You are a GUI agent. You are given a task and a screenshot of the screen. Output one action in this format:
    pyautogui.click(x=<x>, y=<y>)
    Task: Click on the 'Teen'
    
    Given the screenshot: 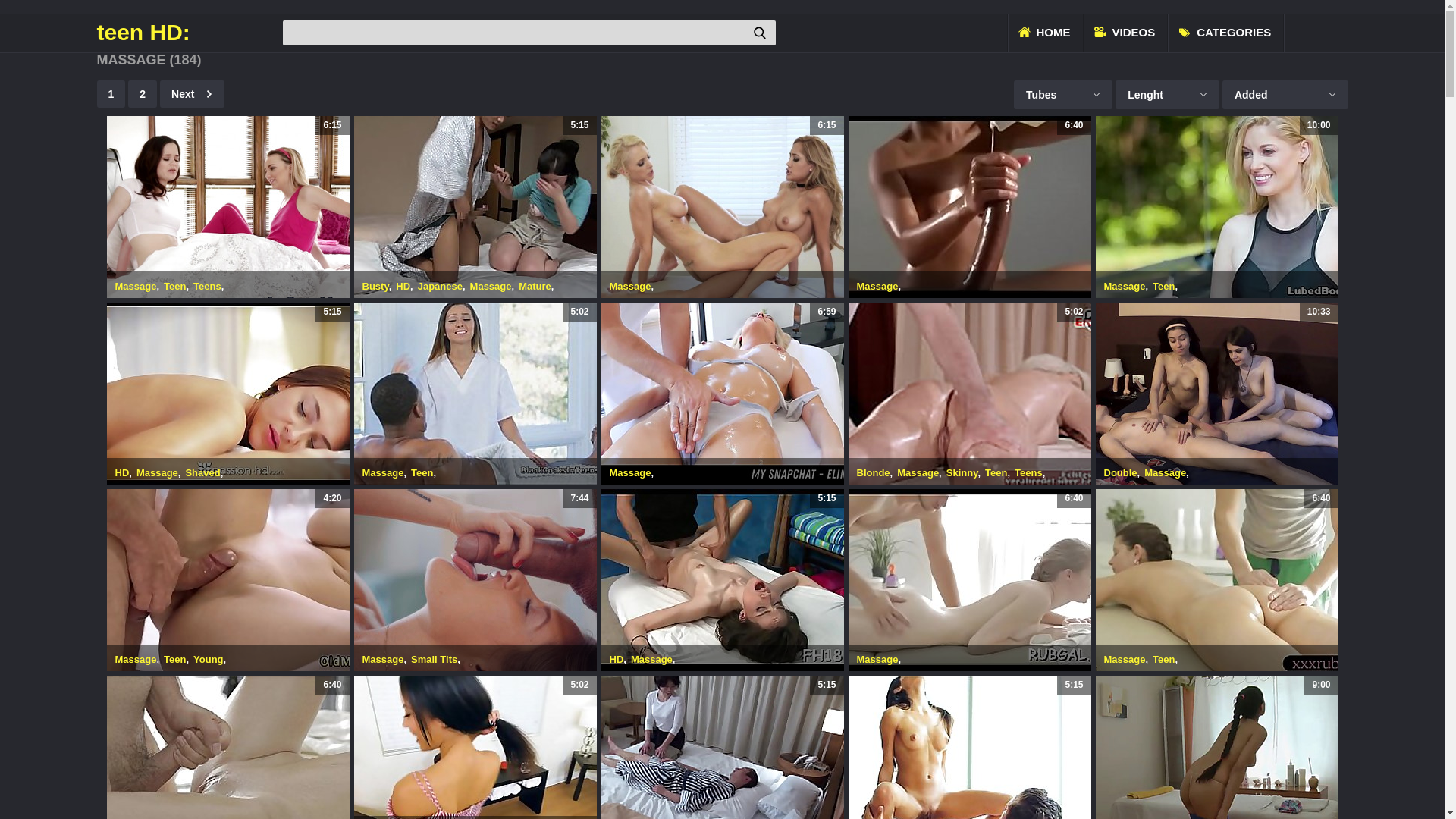 What is the action you would take?
    pyautogui.click(x=174, y=286)
    